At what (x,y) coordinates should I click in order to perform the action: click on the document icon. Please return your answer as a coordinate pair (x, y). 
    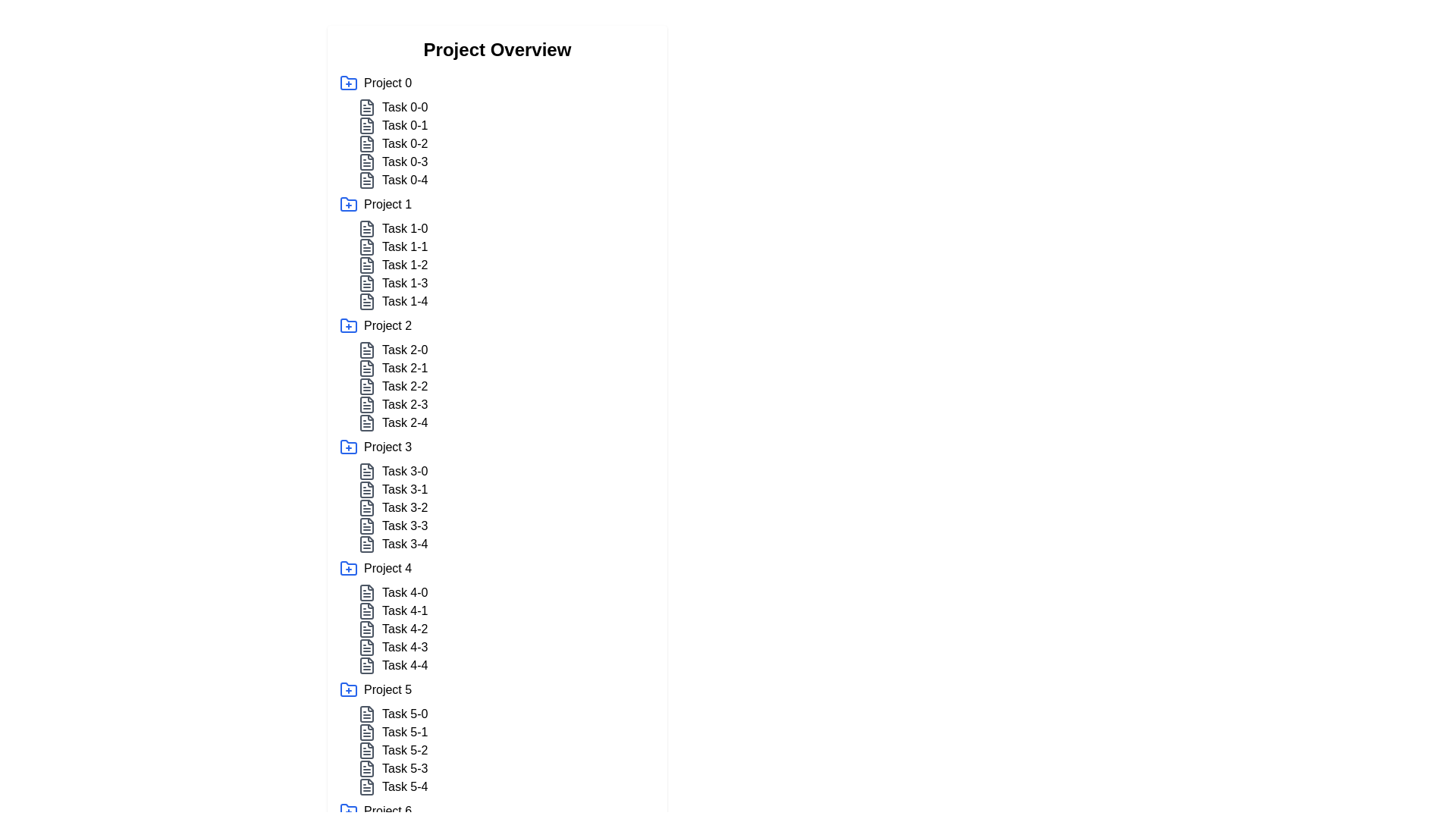
    Looking at the image, I should click on (367, 508).